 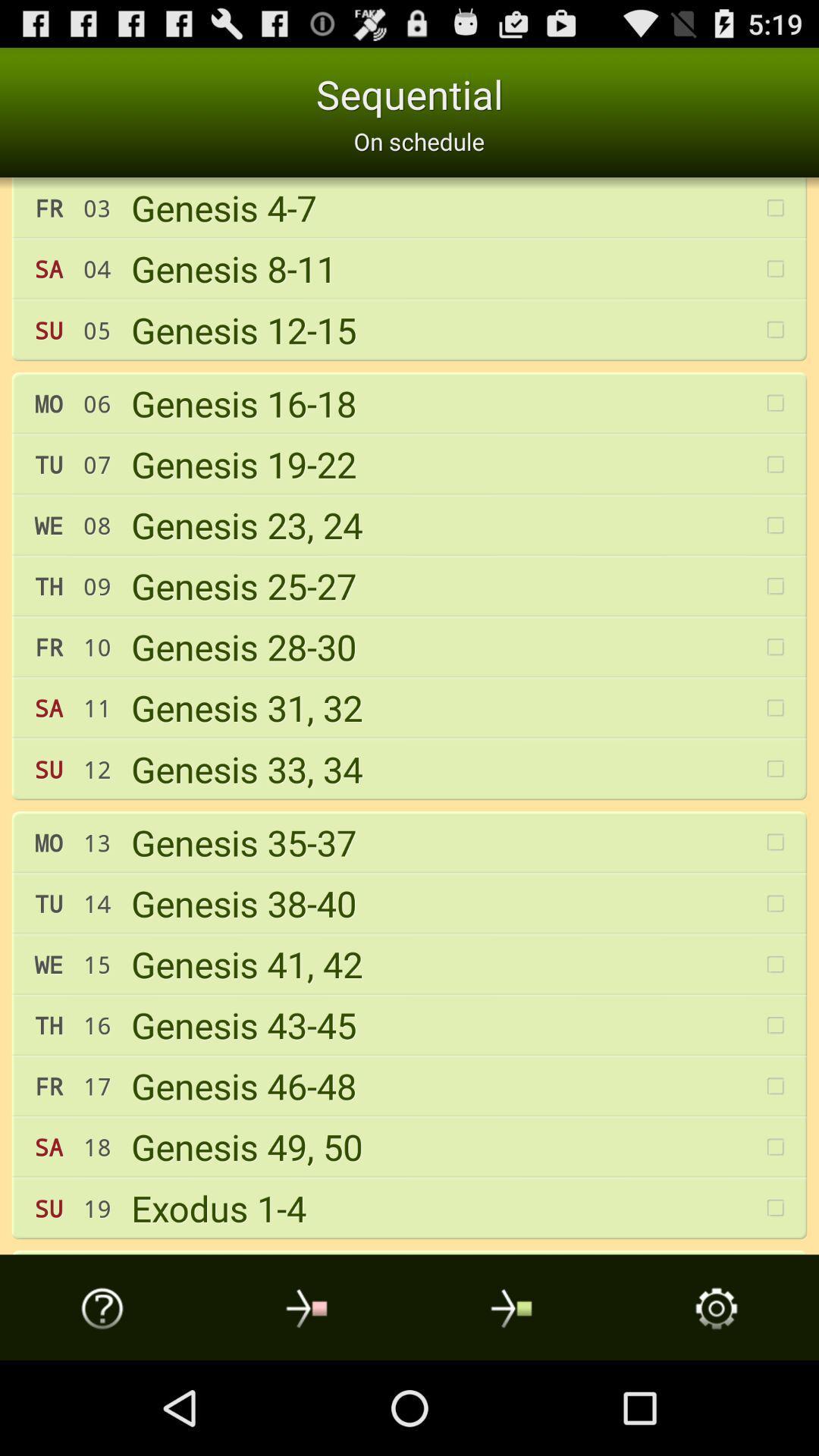 What do you see at coordinates (102, 1400) in the screenshot?
I see `the help icon` at bounding box center [102, 1400].